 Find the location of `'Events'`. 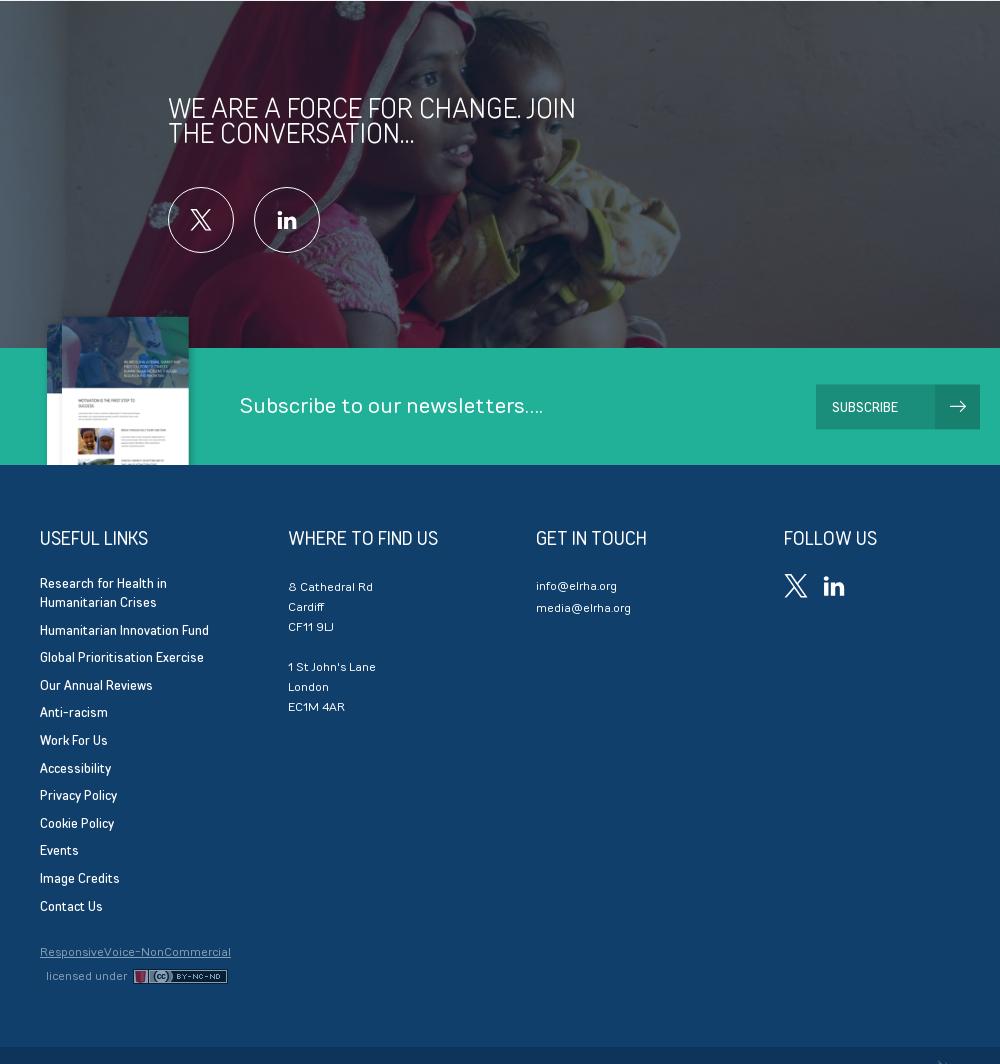

'Events' is located at coordinates (59, 850).